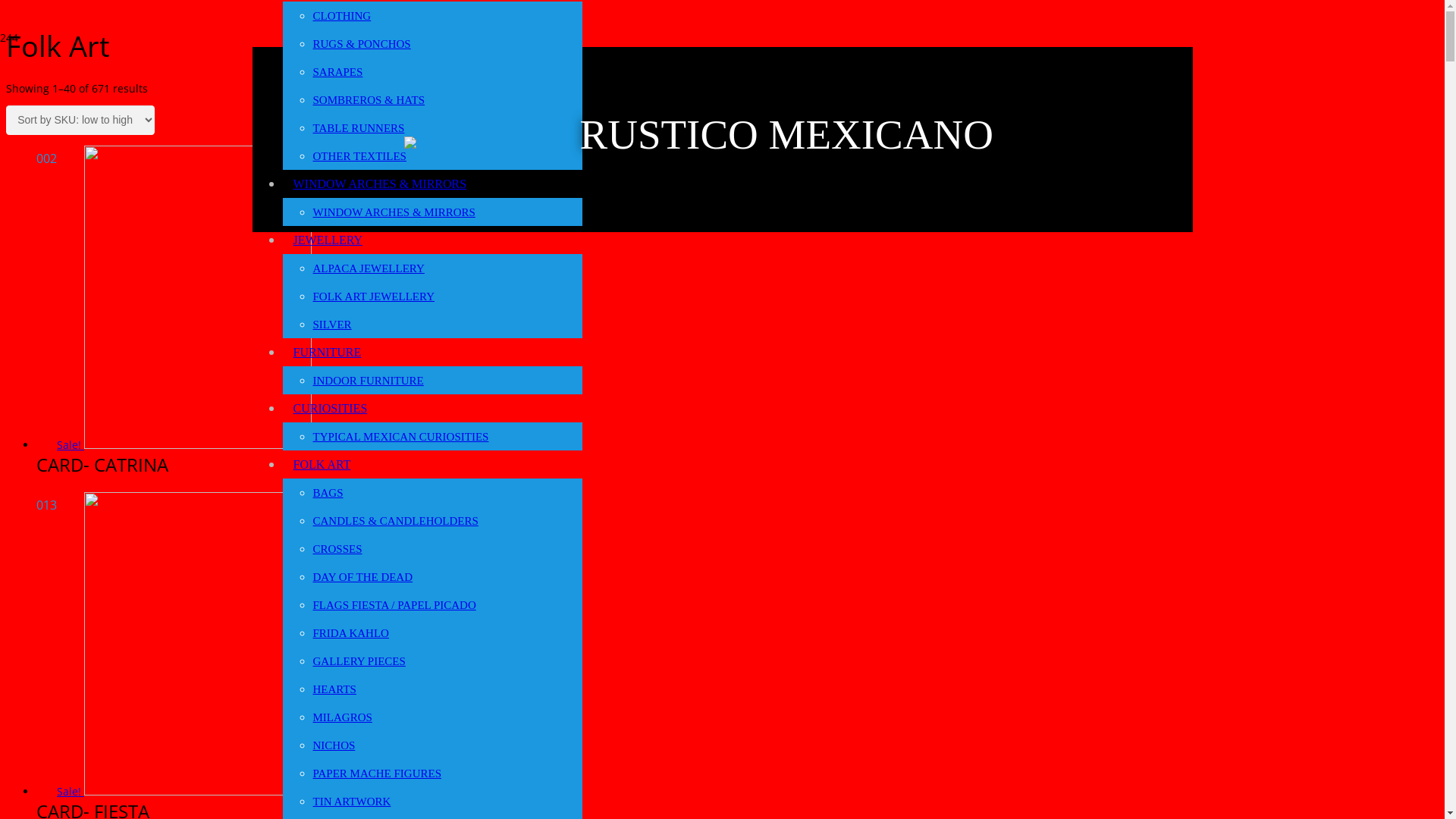 Image resolution: width=1456 pixels, height=819 pixels. Describe the element at coordinates (395, 519) in the screenshot. I see `'CANDLES & CANDLEHOLDERS'` at that location.